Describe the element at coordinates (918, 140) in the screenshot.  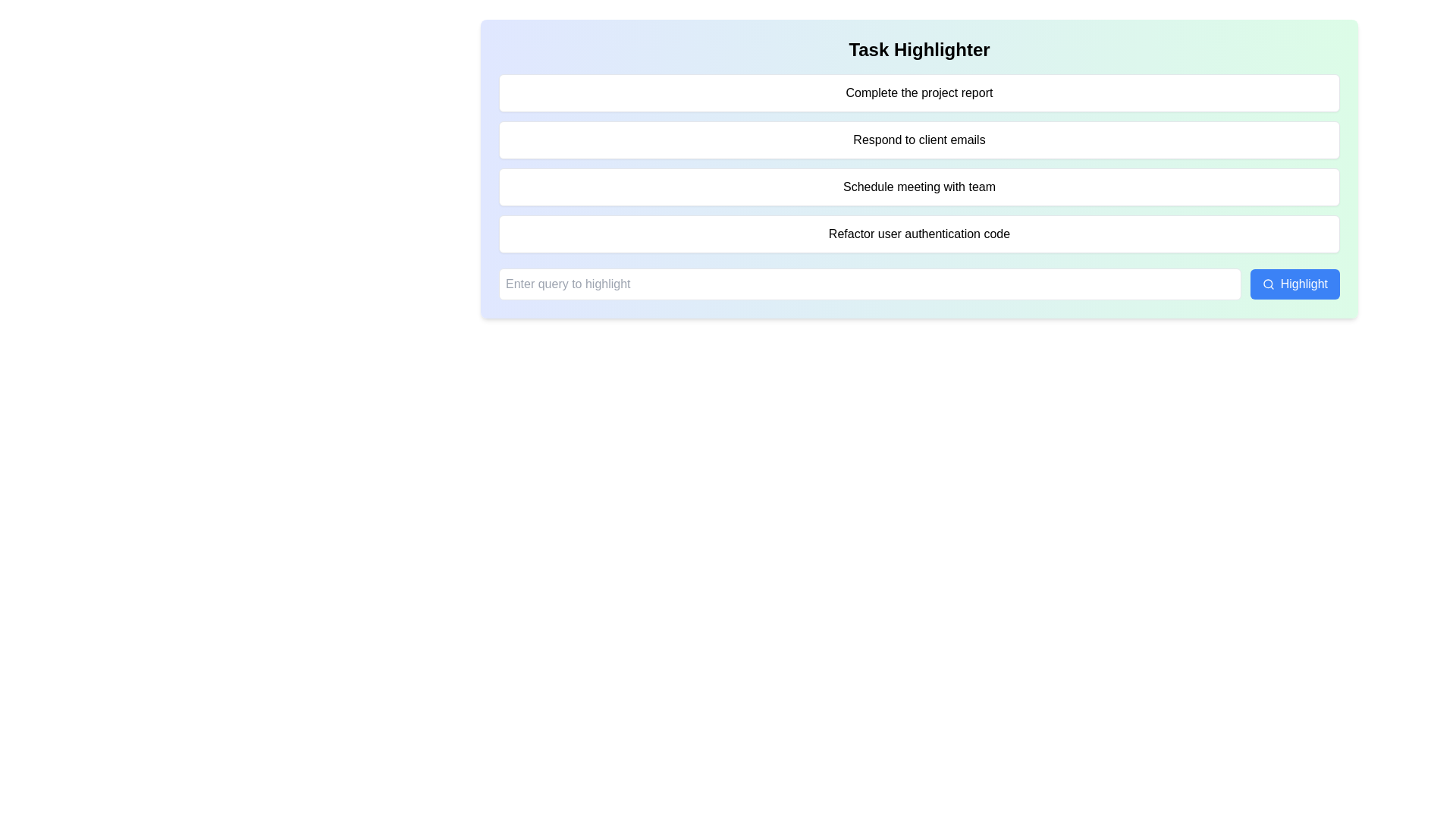
I see `the list item element that contains the text 'Respond to client emails', which is the second item in a vertical list, featuring a white background, rounded corners, and a shadow effect` at that location.